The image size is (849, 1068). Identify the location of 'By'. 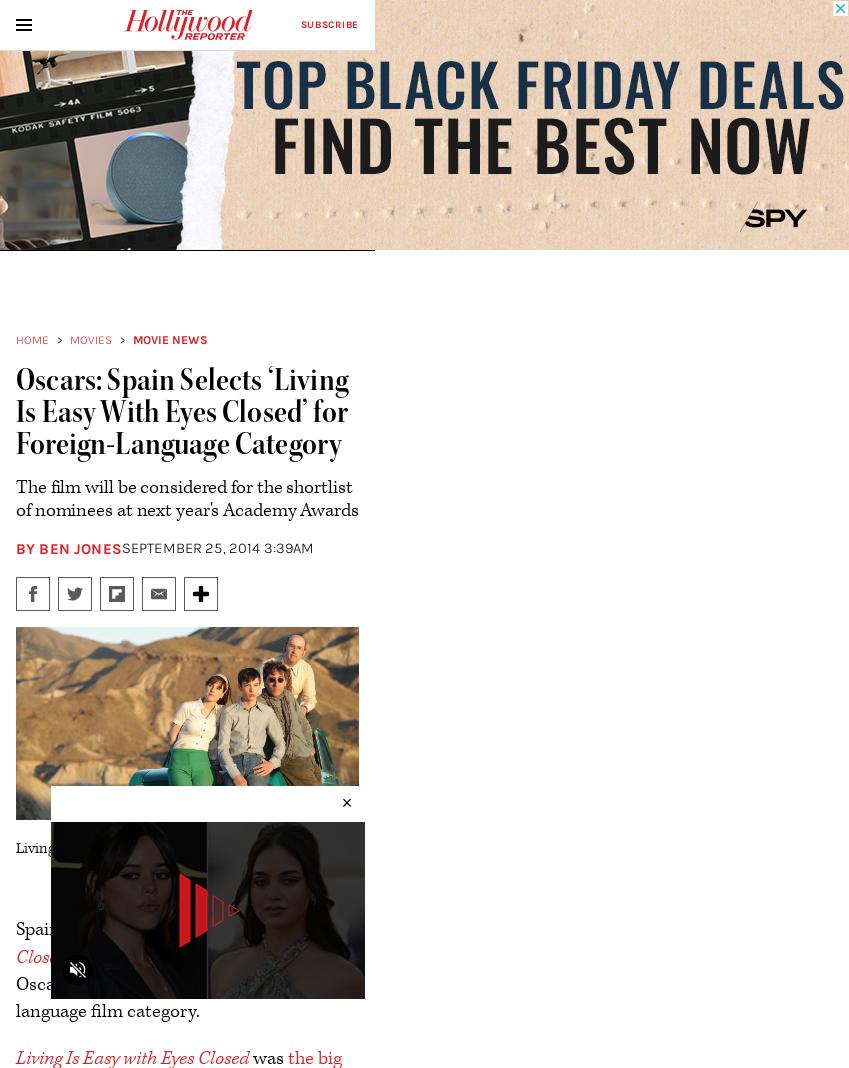
(26, 547).